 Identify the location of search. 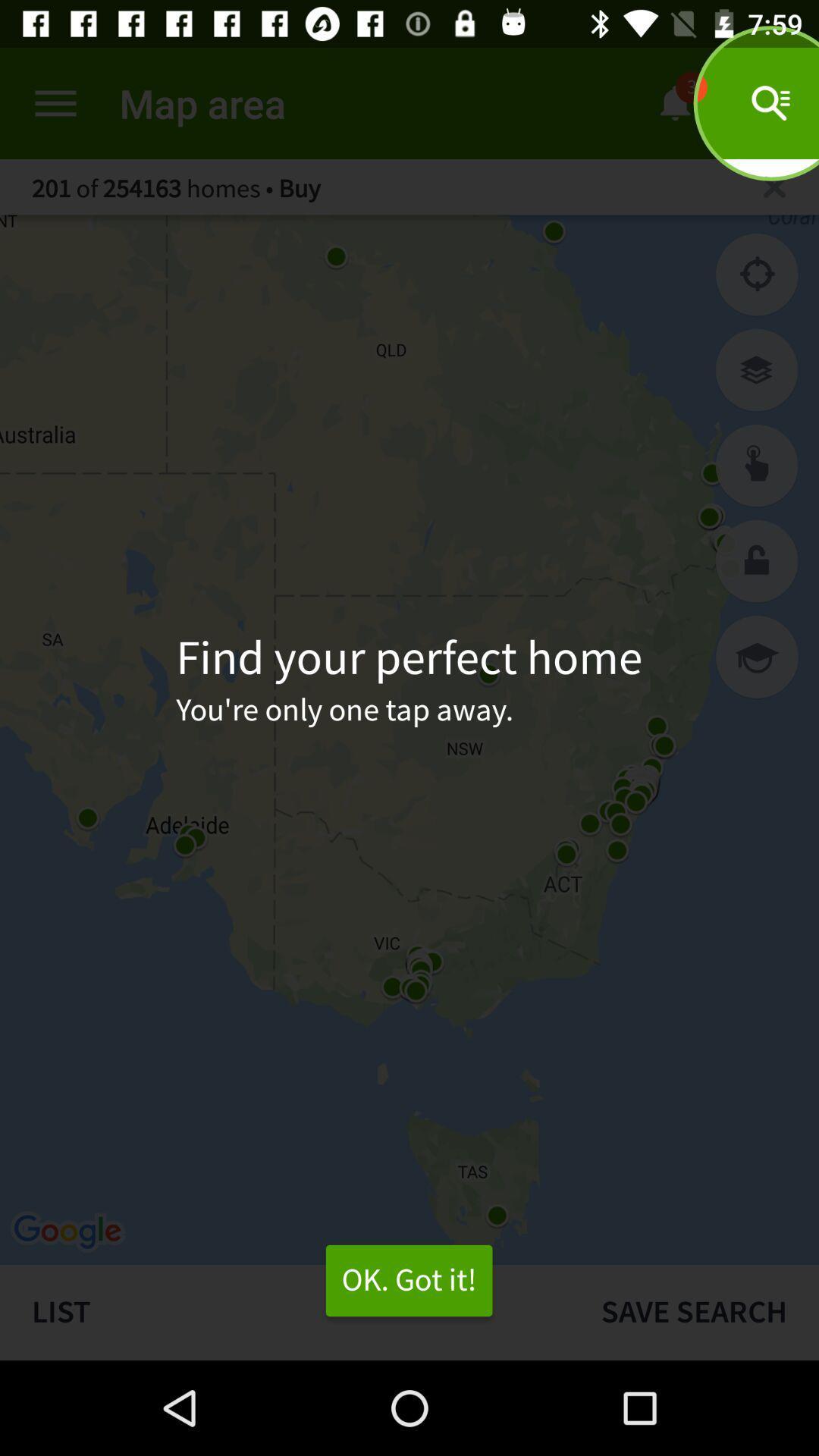
(757, 465).